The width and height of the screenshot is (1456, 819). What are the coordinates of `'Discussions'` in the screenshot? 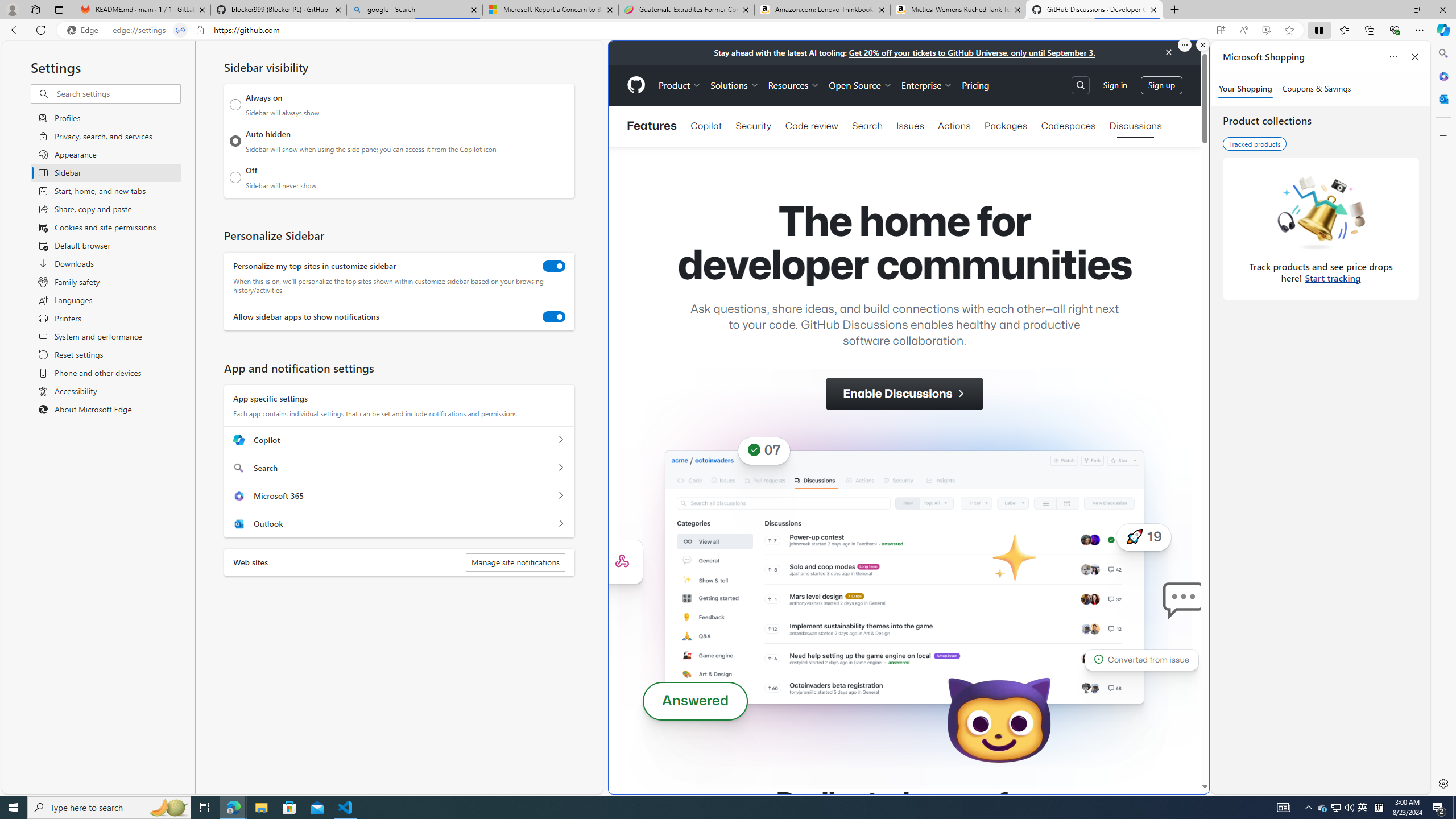 It's located at (1135, 126).